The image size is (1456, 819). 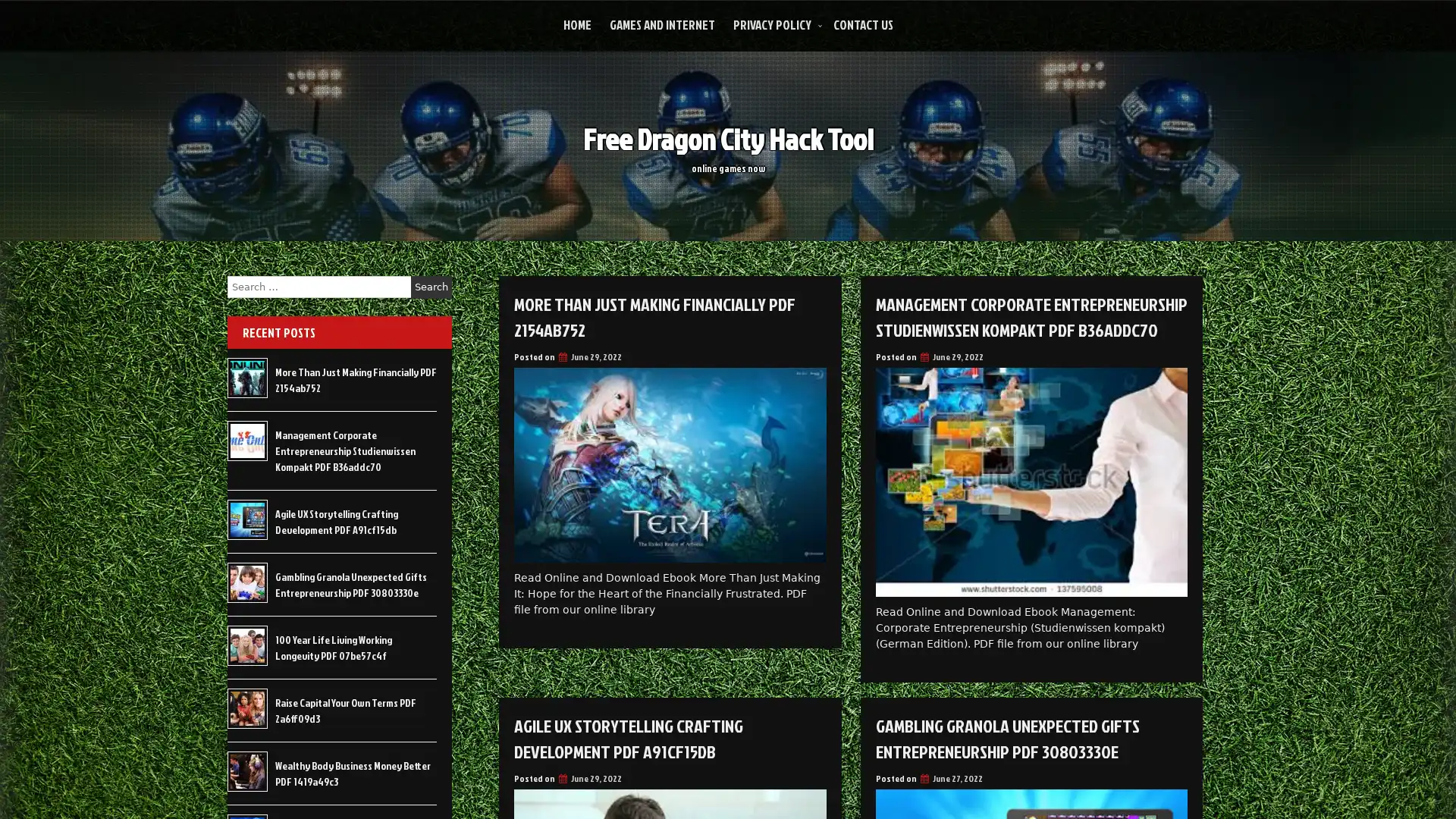 I want to click on Search, so click(x=431, y=287).